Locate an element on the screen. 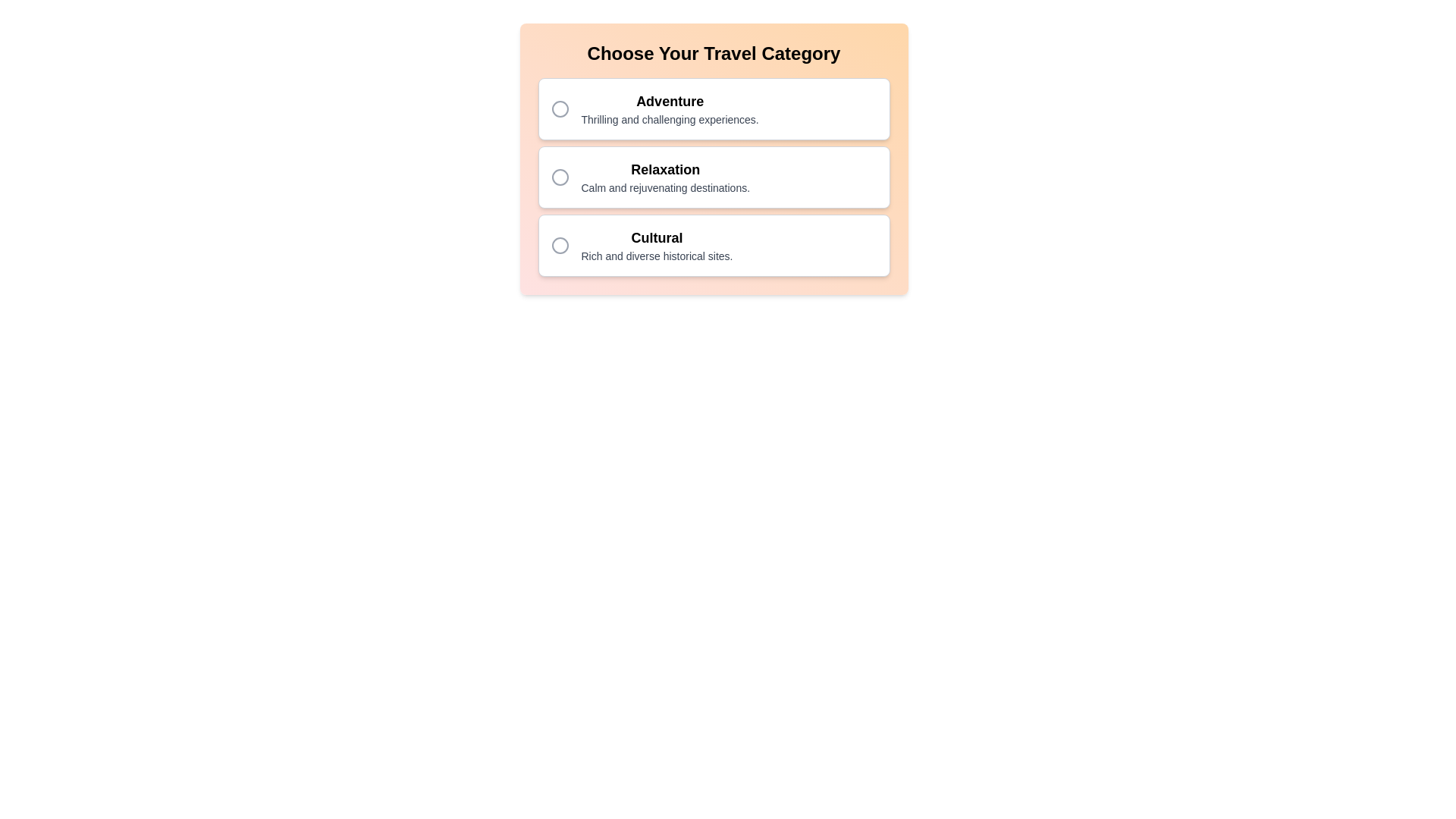 This screenshot has height=819, width=1456. the text label that states 'Rich and diverse historical sites.' located below the title 'Cultural' in the third option of the vertical list of categories is located at coordinates (657, 256).